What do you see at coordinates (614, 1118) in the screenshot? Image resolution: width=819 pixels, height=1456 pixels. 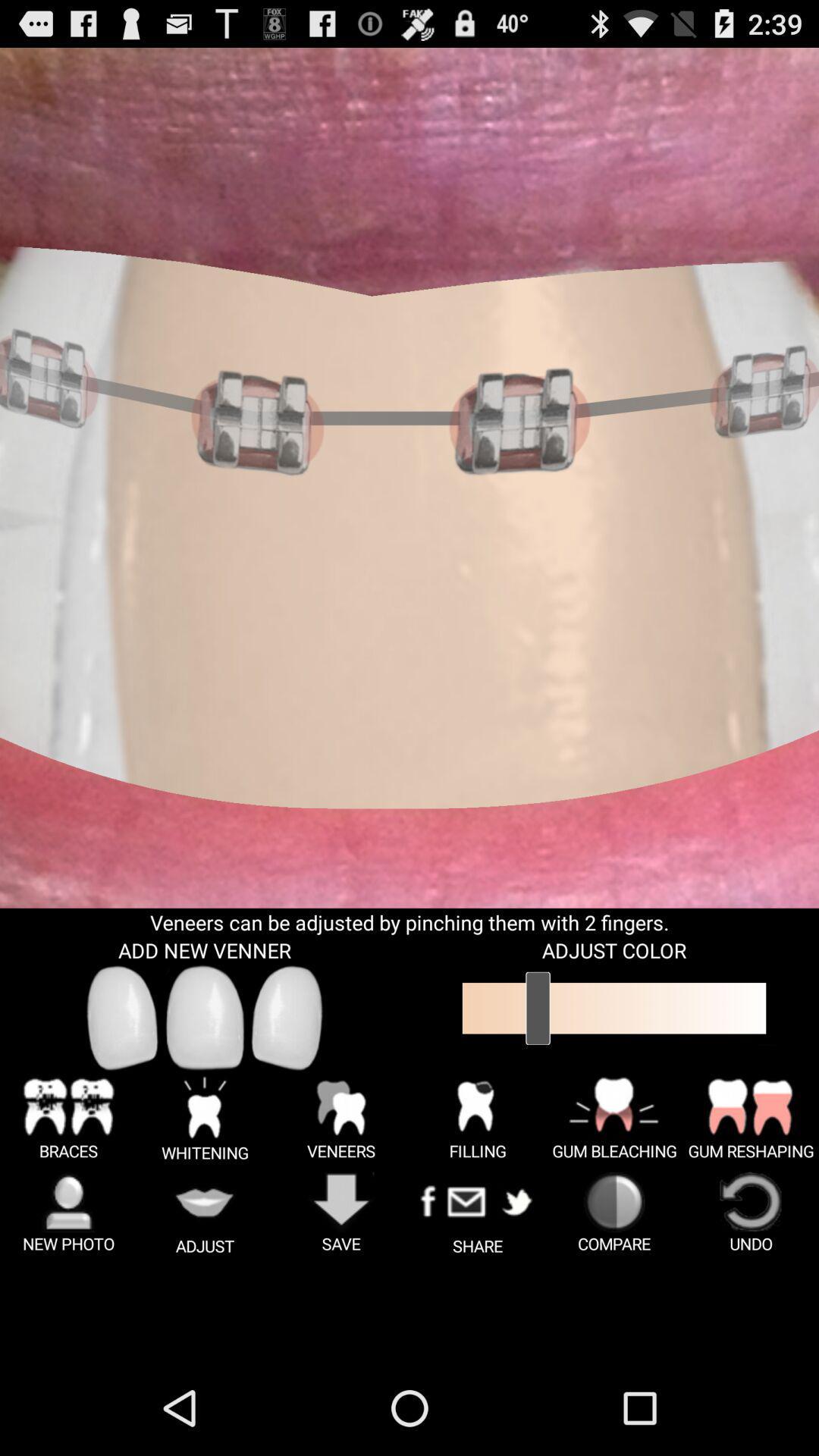 I see `icon on the right side of filling` at bounding box center [614, 1118].